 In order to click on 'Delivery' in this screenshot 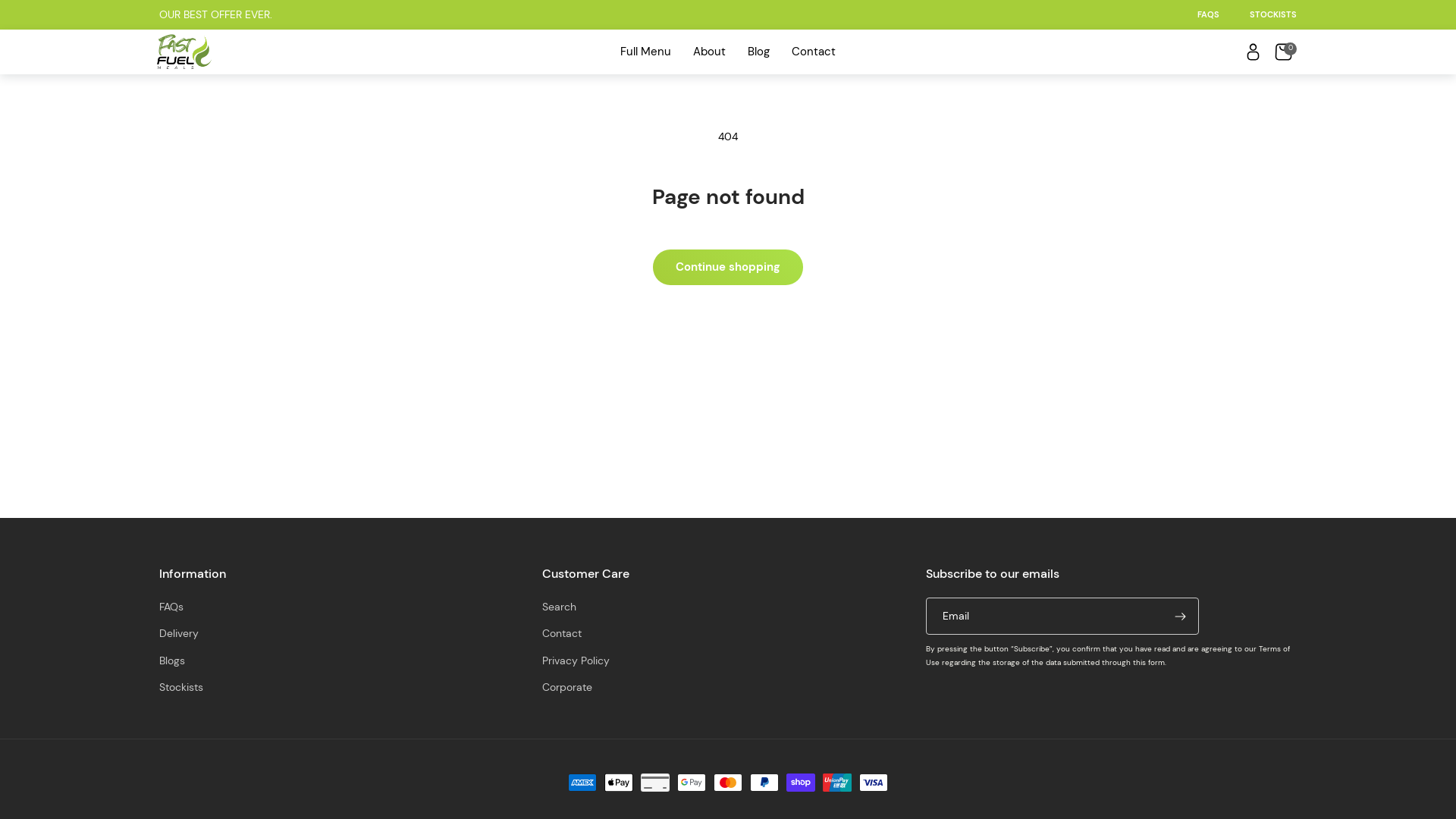, I will do `click(178, 633)`.